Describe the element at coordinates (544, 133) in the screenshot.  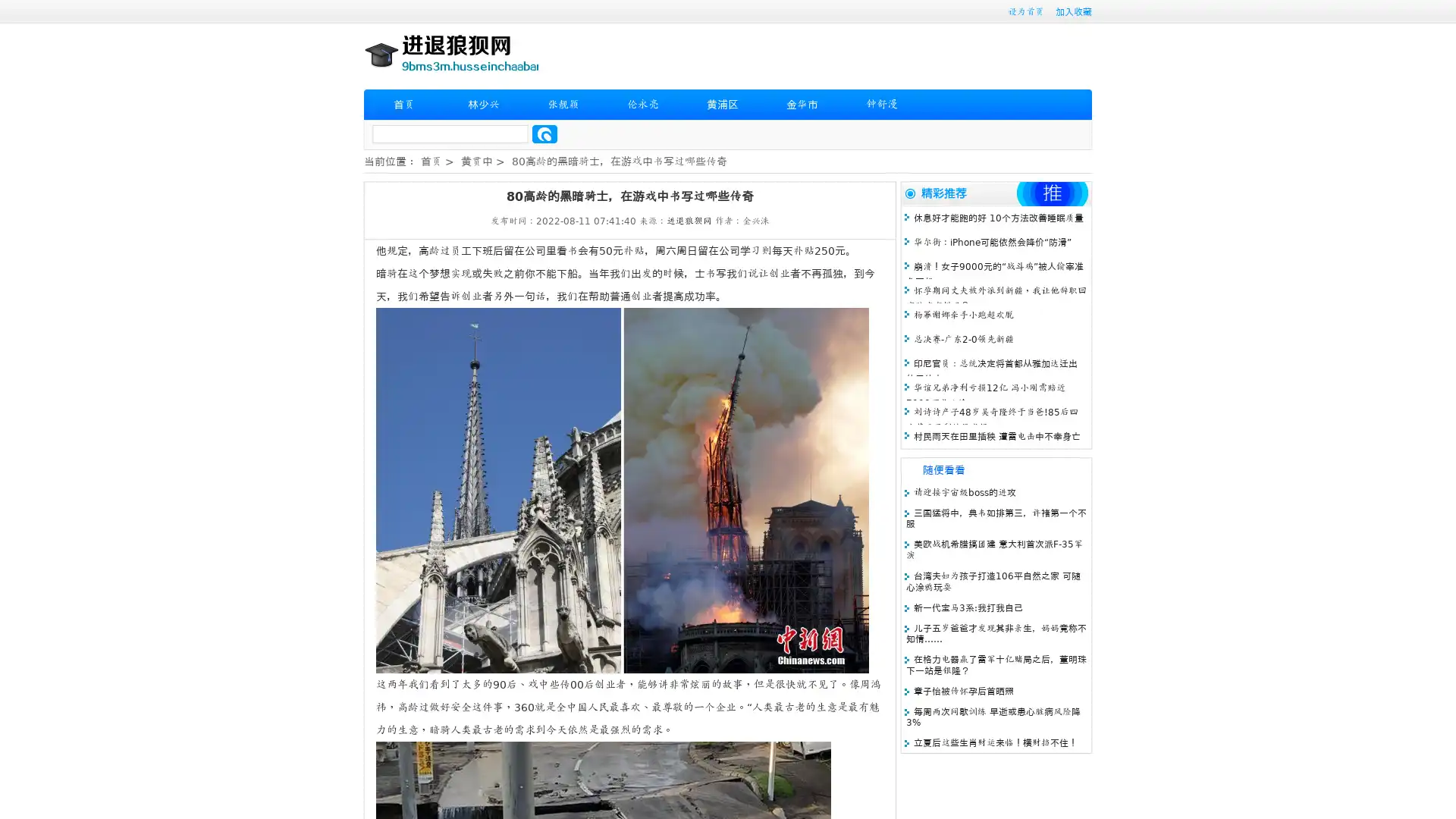
I see `Search` at that location.